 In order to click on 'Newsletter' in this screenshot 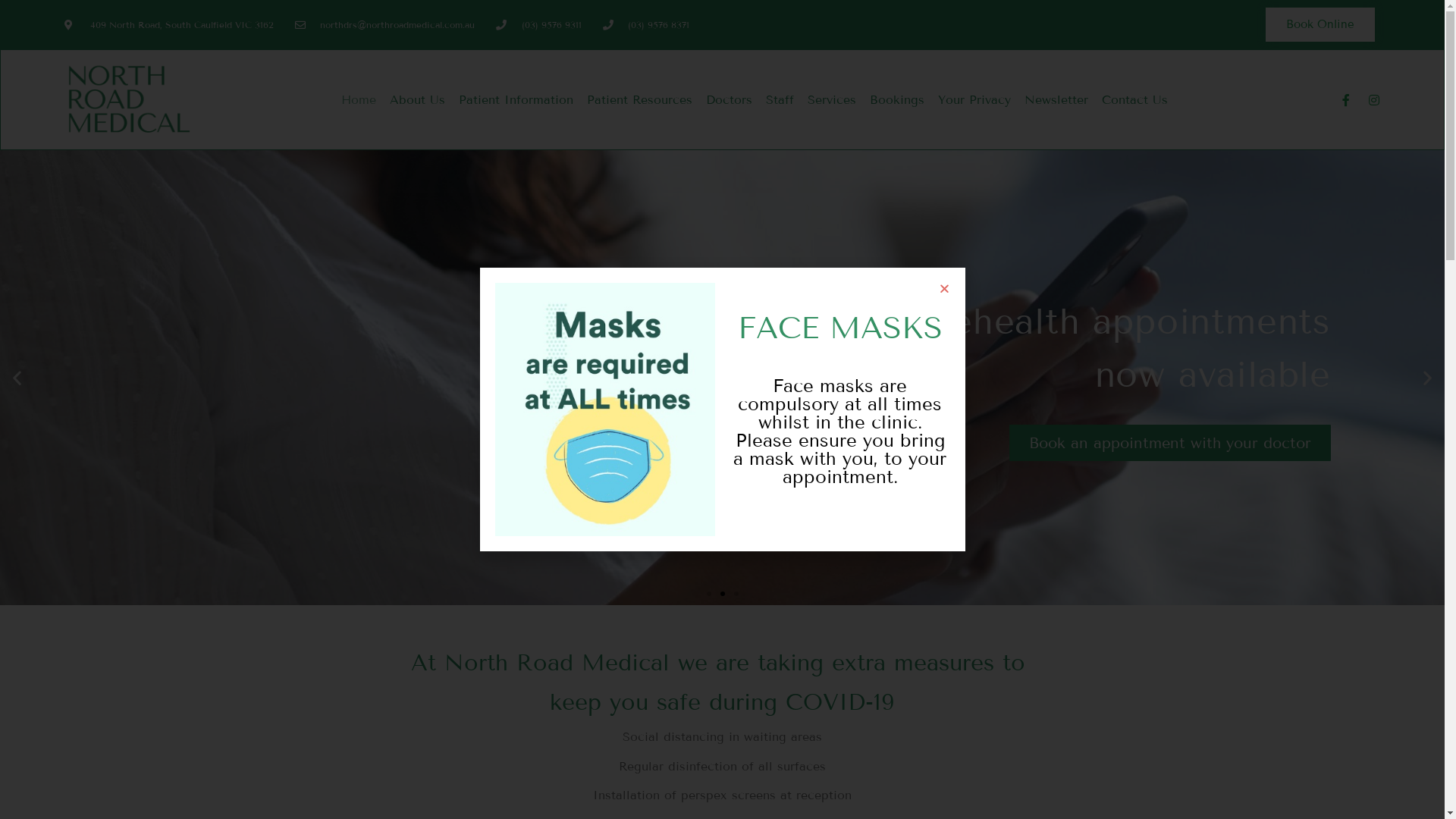, I will do `click(1018, 99)`.